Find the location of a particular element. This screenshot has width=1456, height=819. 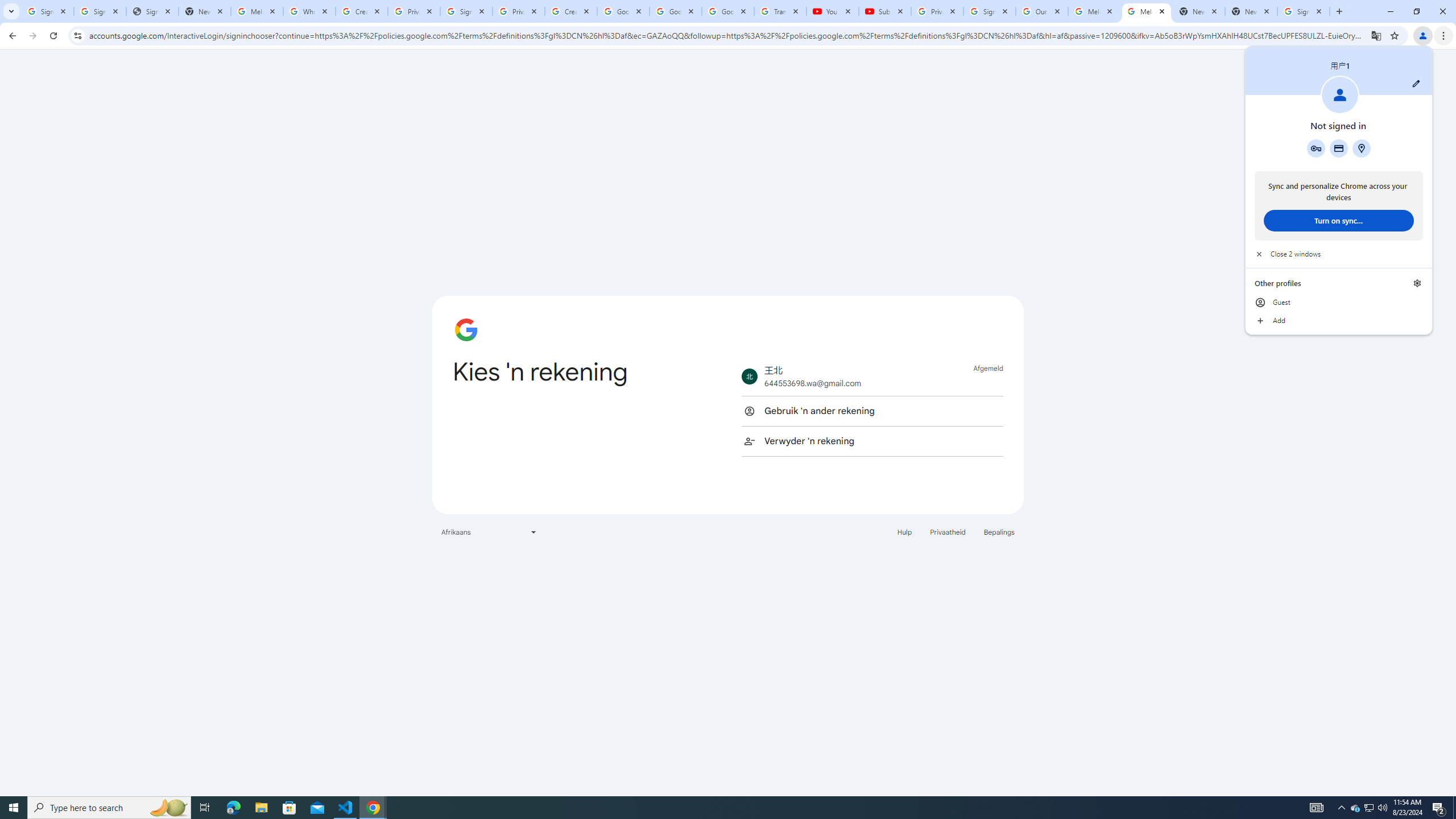

'Verwyder ' is located at coordinates (871, 440).